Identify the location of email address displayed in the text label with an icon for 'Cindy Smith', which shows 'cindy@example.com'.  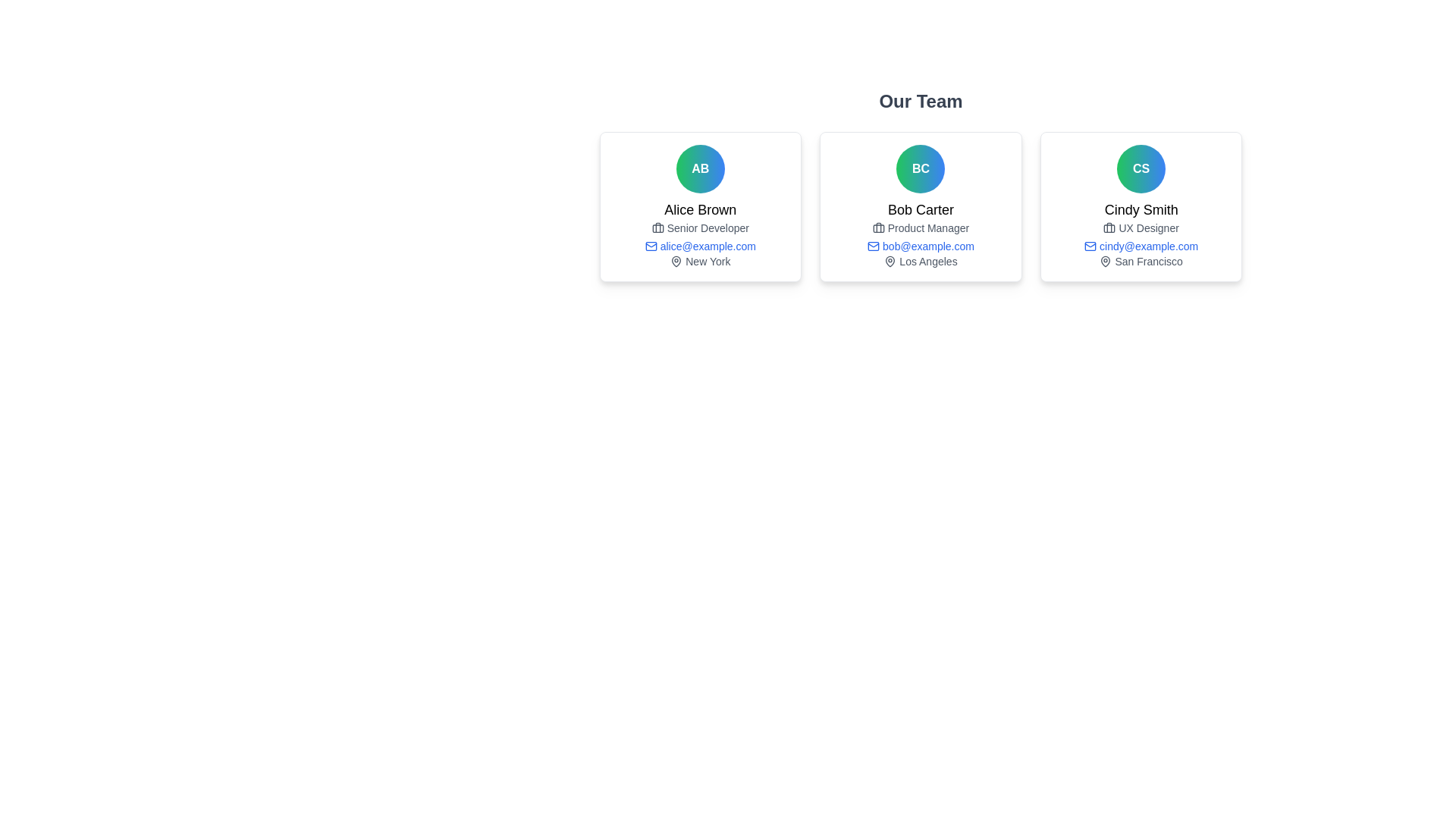
(1141, 245).